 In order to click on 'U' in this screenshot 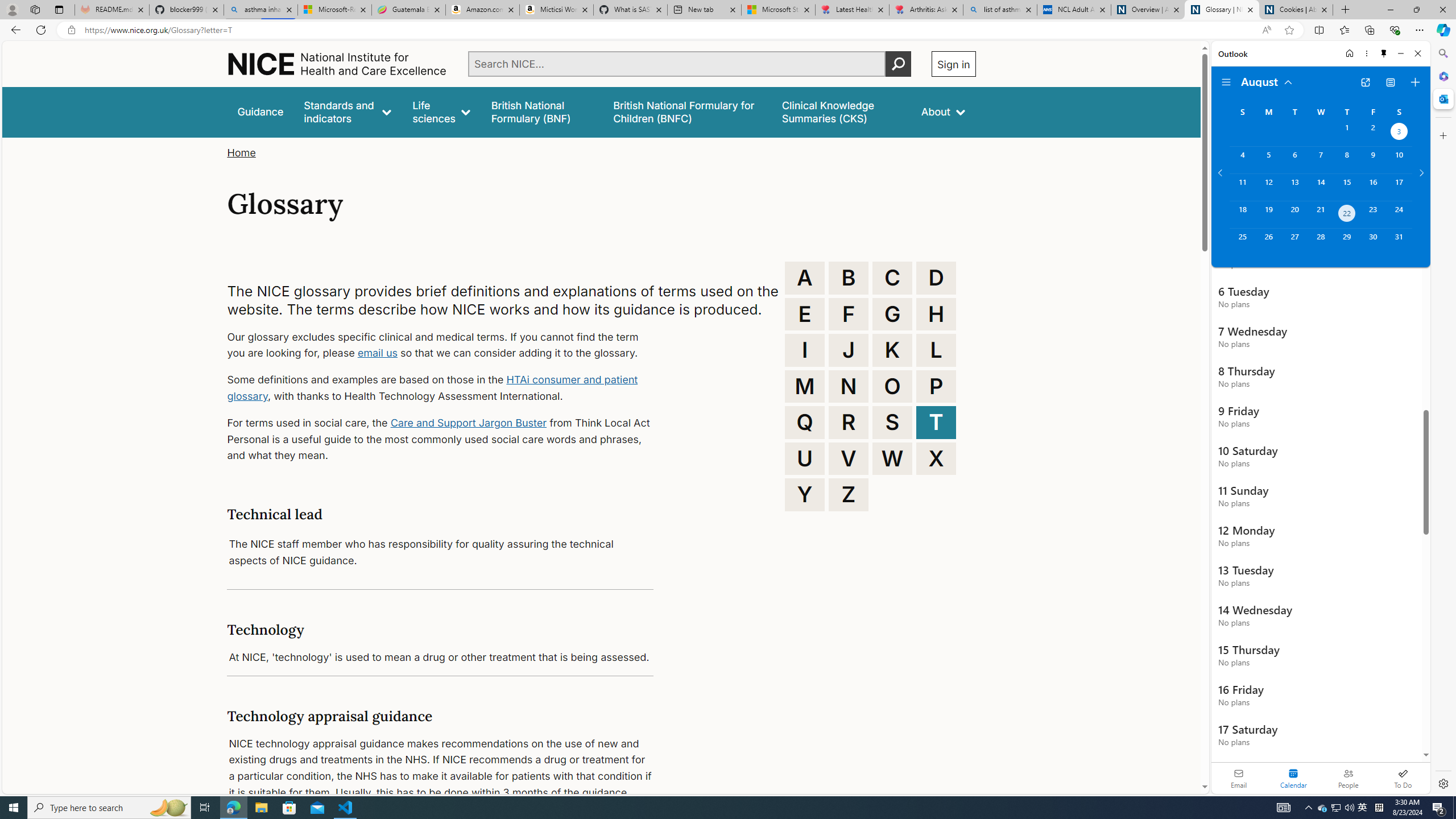, I will do `click(804, 459)`.